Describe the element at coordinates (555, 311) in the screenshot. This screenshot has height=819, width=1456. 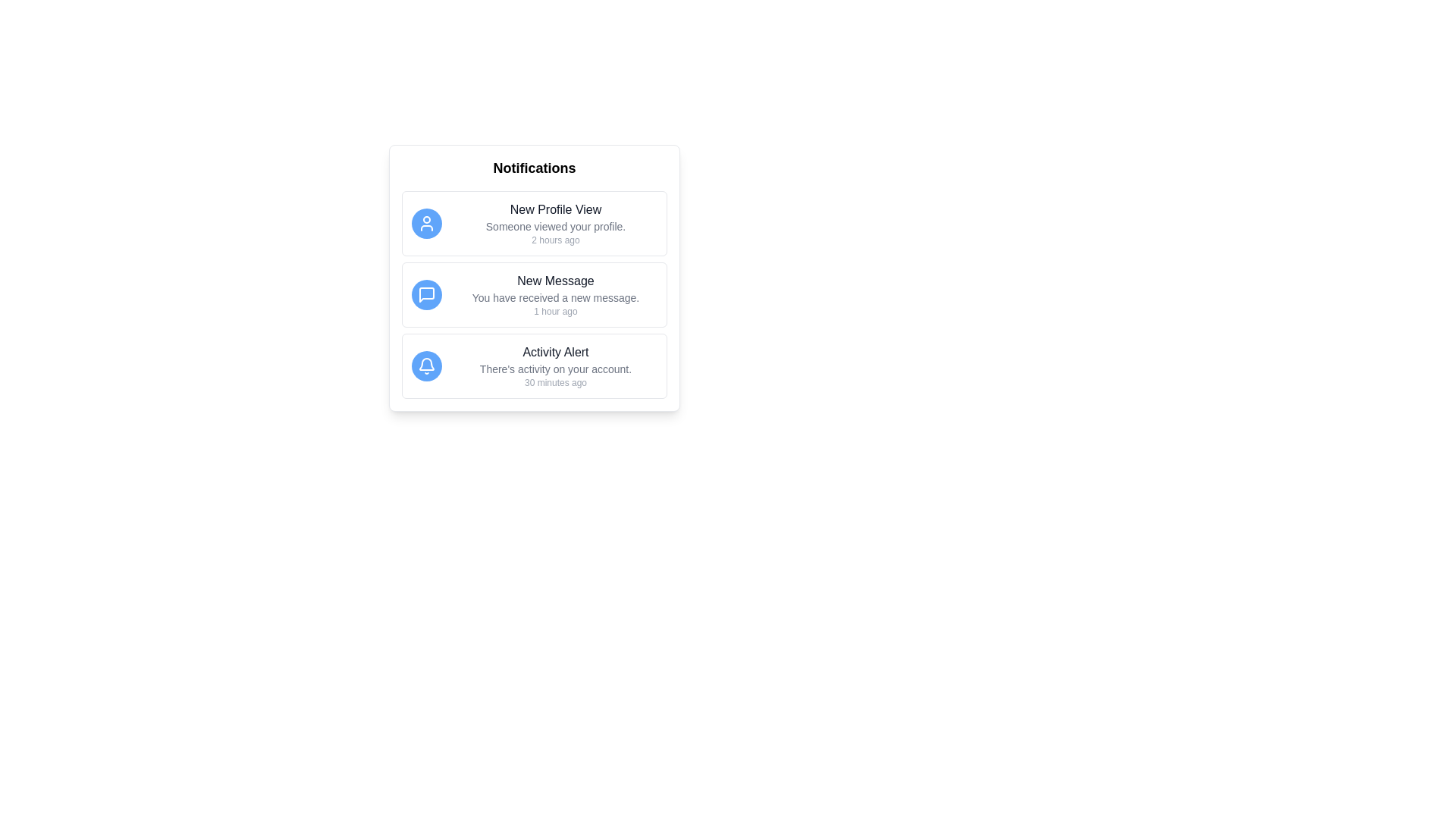
I see `the timestamp text label that indicates when the related notification event occurred, positioned below the descriptive message 'You have received a new message.' in the 'New Message' notification box` at that location.